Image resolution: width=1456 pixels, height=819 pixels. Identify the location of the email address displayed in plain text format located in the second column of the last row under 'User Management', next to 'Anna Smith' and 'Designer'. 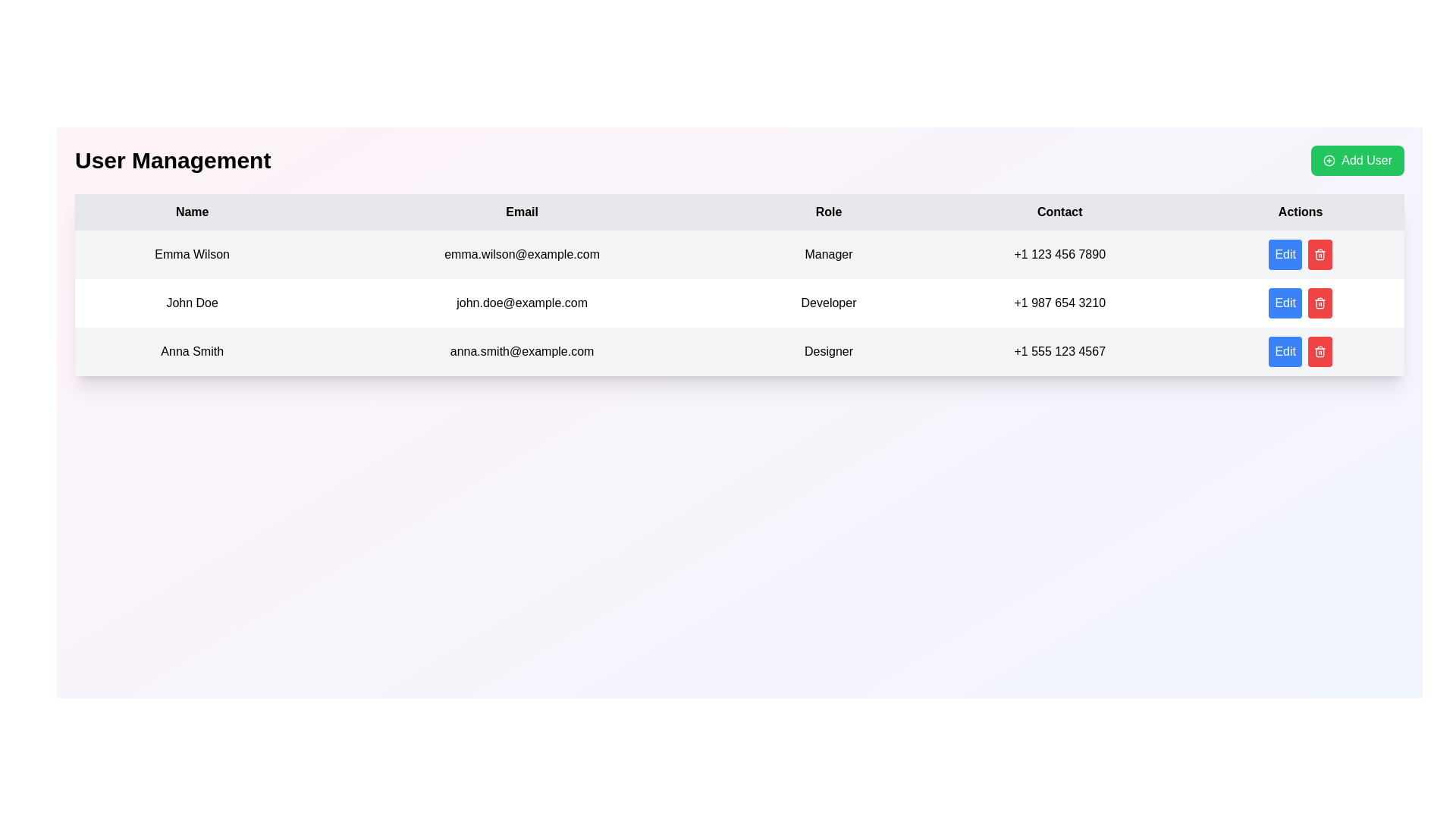
(522, 351).